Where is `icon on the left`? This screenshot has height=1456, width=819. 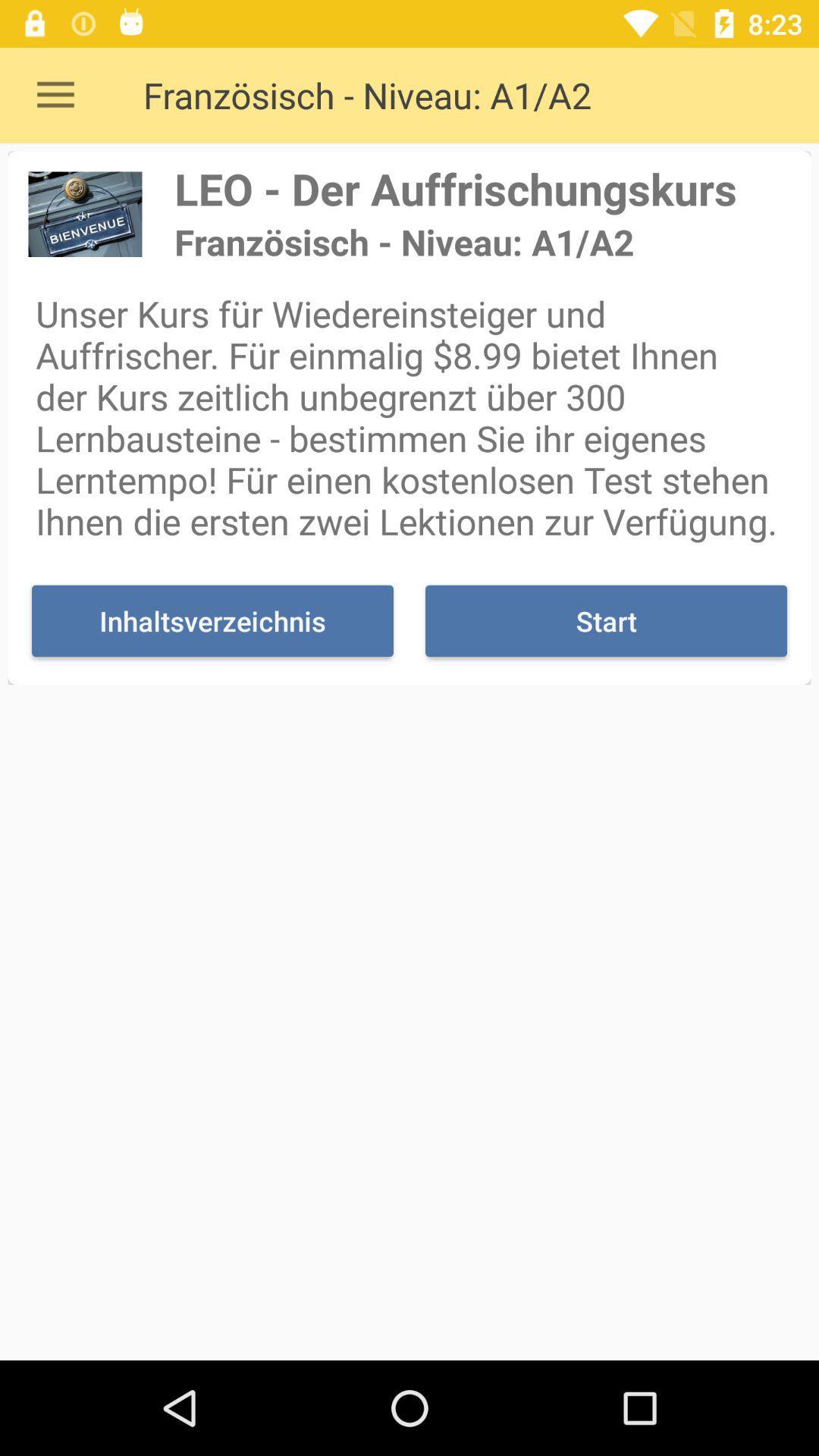 icon on the left is located at coordinates (212, 621).